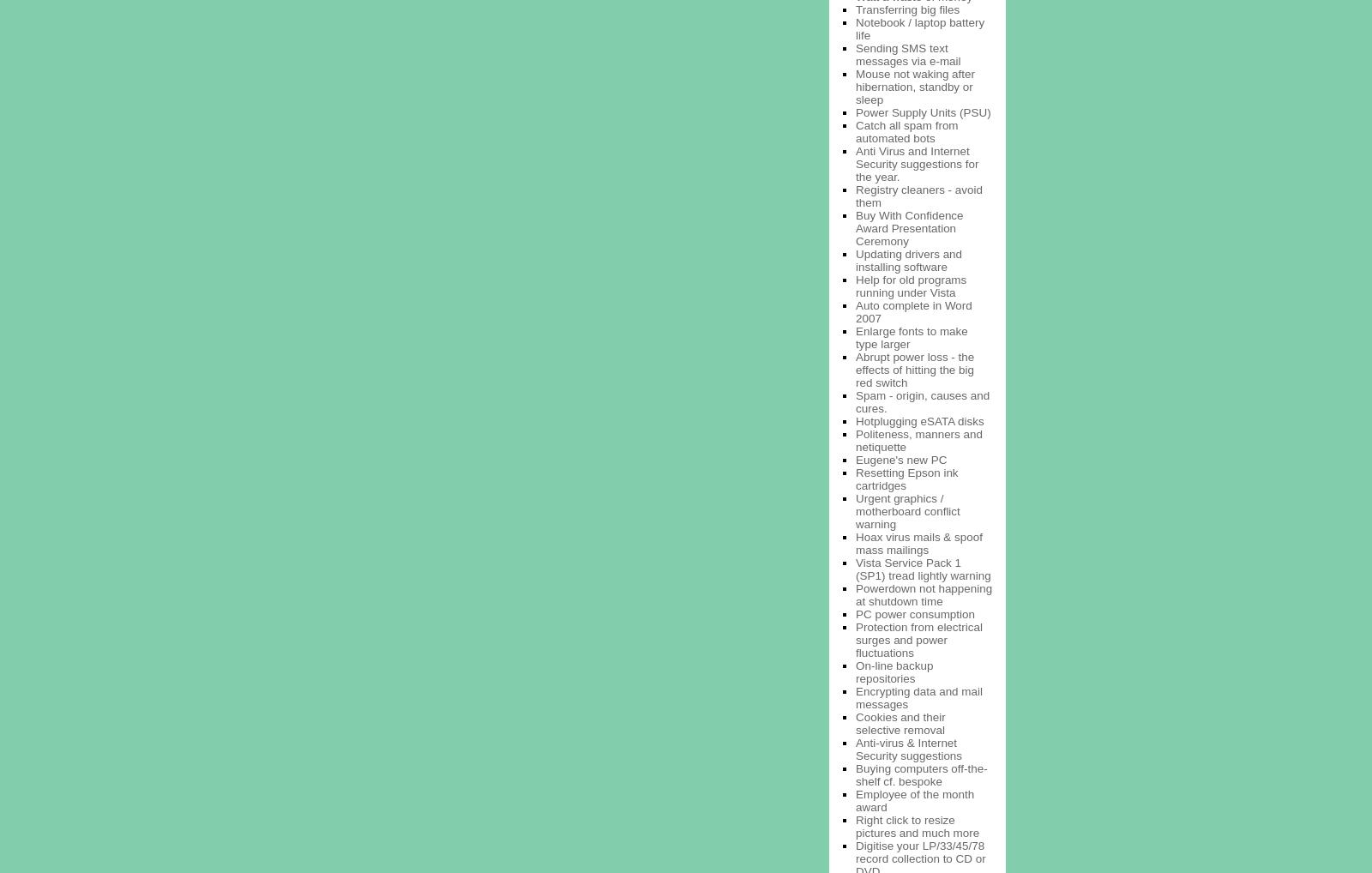 This screenshot has height=873, width=1372. Describe the element at coordinates (855, 593) in the screenshot. I see `'Powerdown not happening at shutdown time'` at that location.